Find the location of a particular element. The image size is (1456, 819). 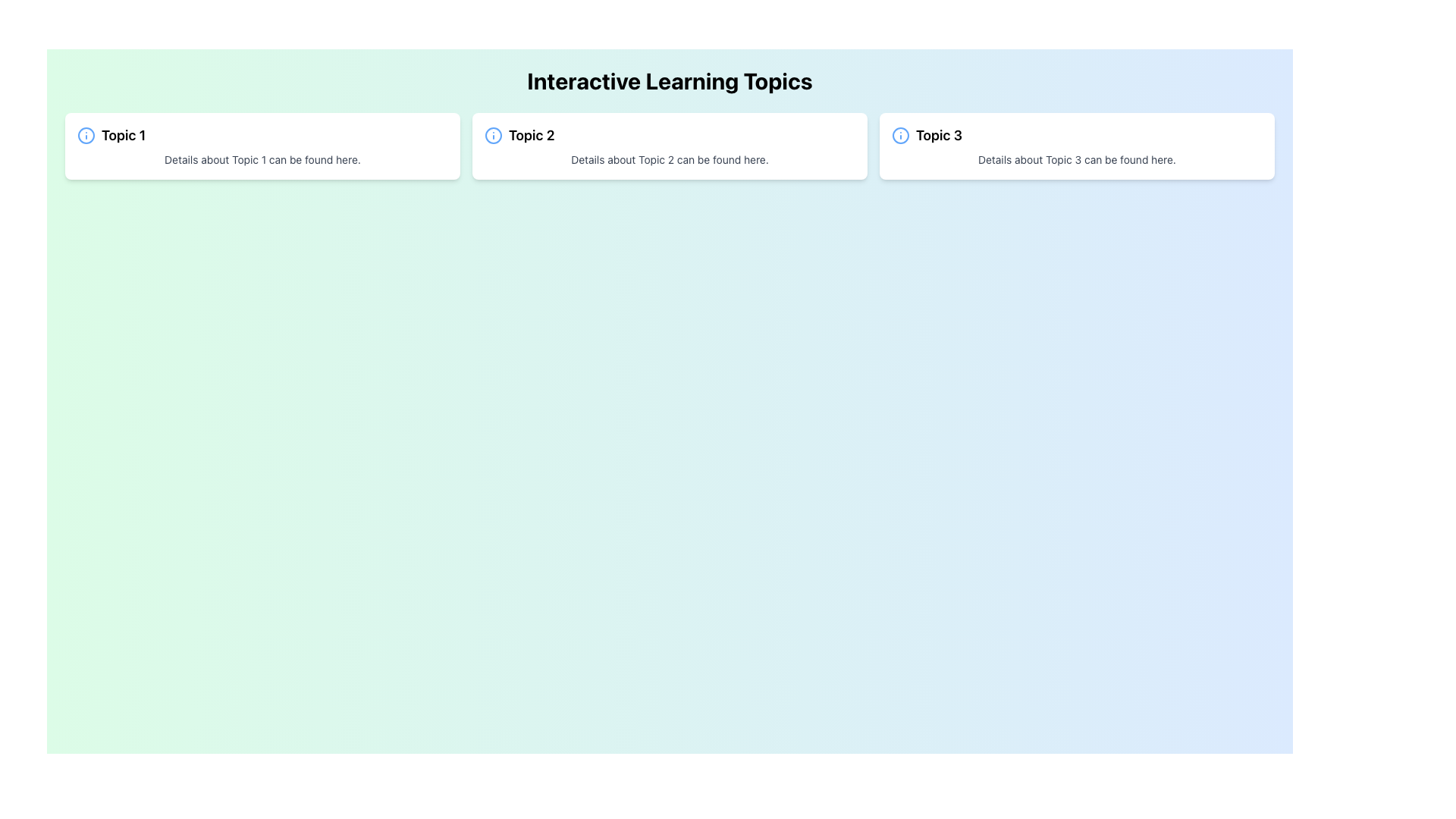

the text label located directly below 'Topic 1' in the first card from the left is located at coordinates (262, 160).